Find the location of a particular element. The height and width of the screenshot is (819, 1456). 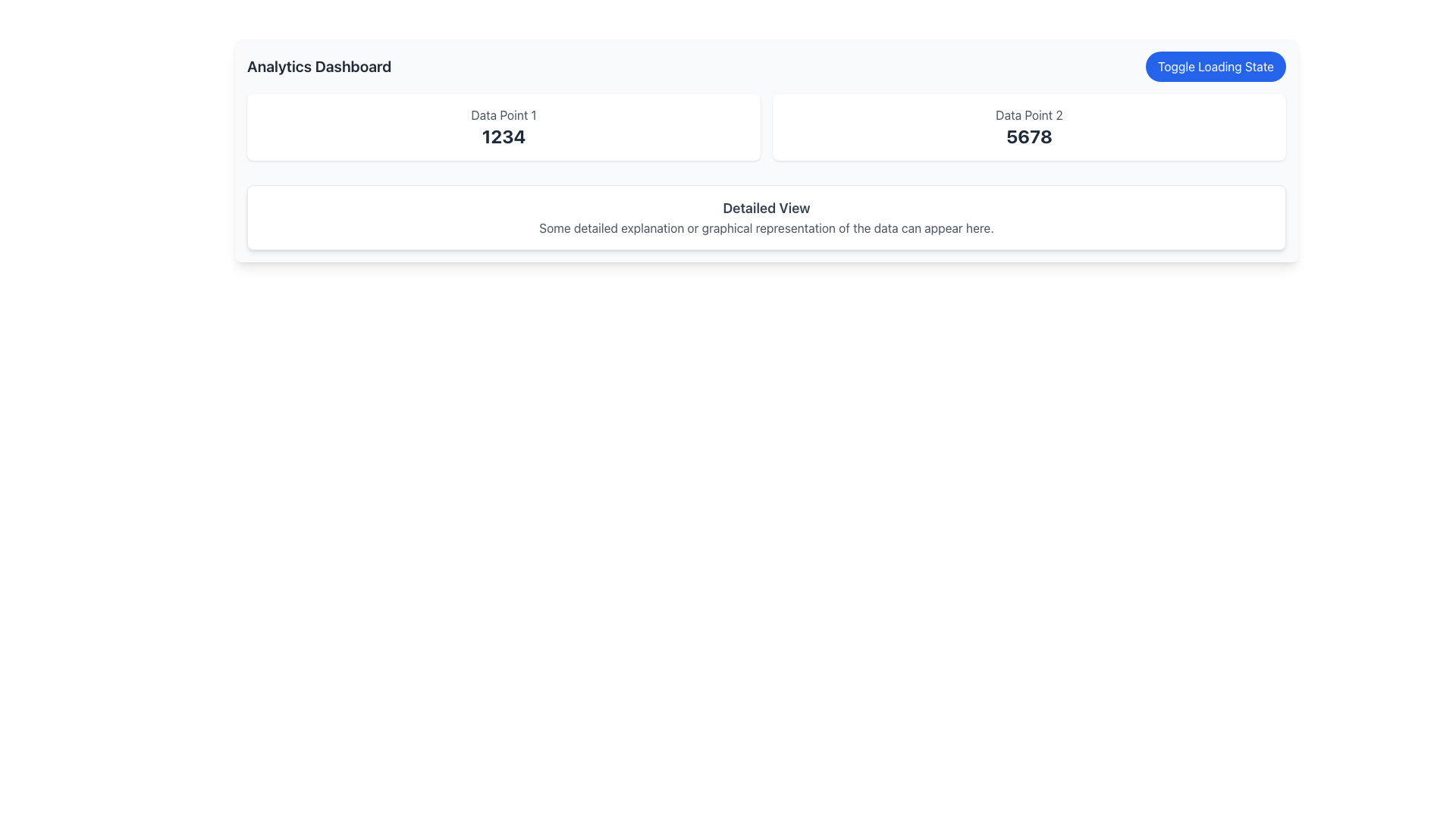

displayed number from the Text Display representing 'Data Point 1' in the analytics dashboard, located below the label and centered in the top left card is located at coordinates (504, 136).